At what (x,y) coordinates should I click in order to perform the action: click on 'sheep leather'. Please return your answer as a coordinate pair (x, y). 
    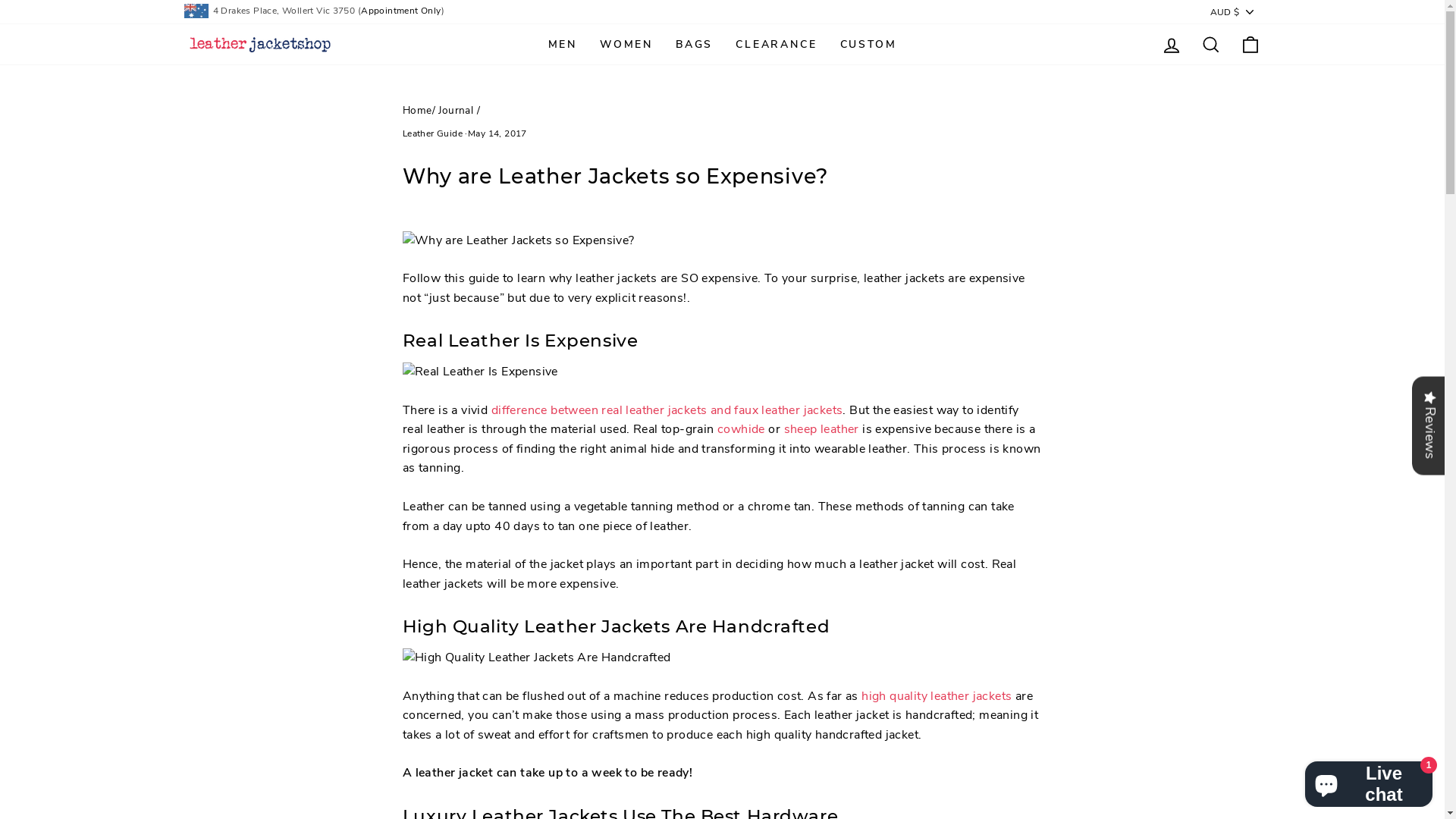
    Looking at the image, I should click on (821, 430).